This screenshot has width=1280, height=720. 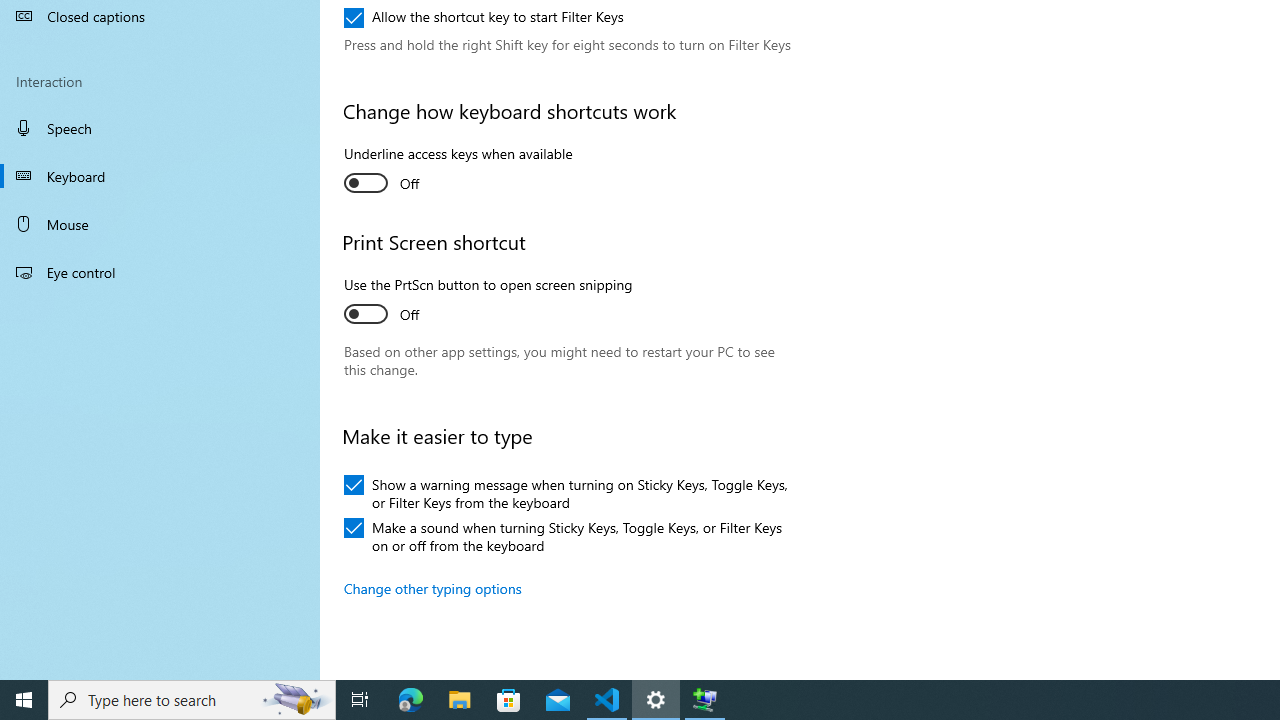 What do you see at coordinates (432, 587) in the screenshot?
I see `'Change other typing options'` at bounding box center [432, 587].